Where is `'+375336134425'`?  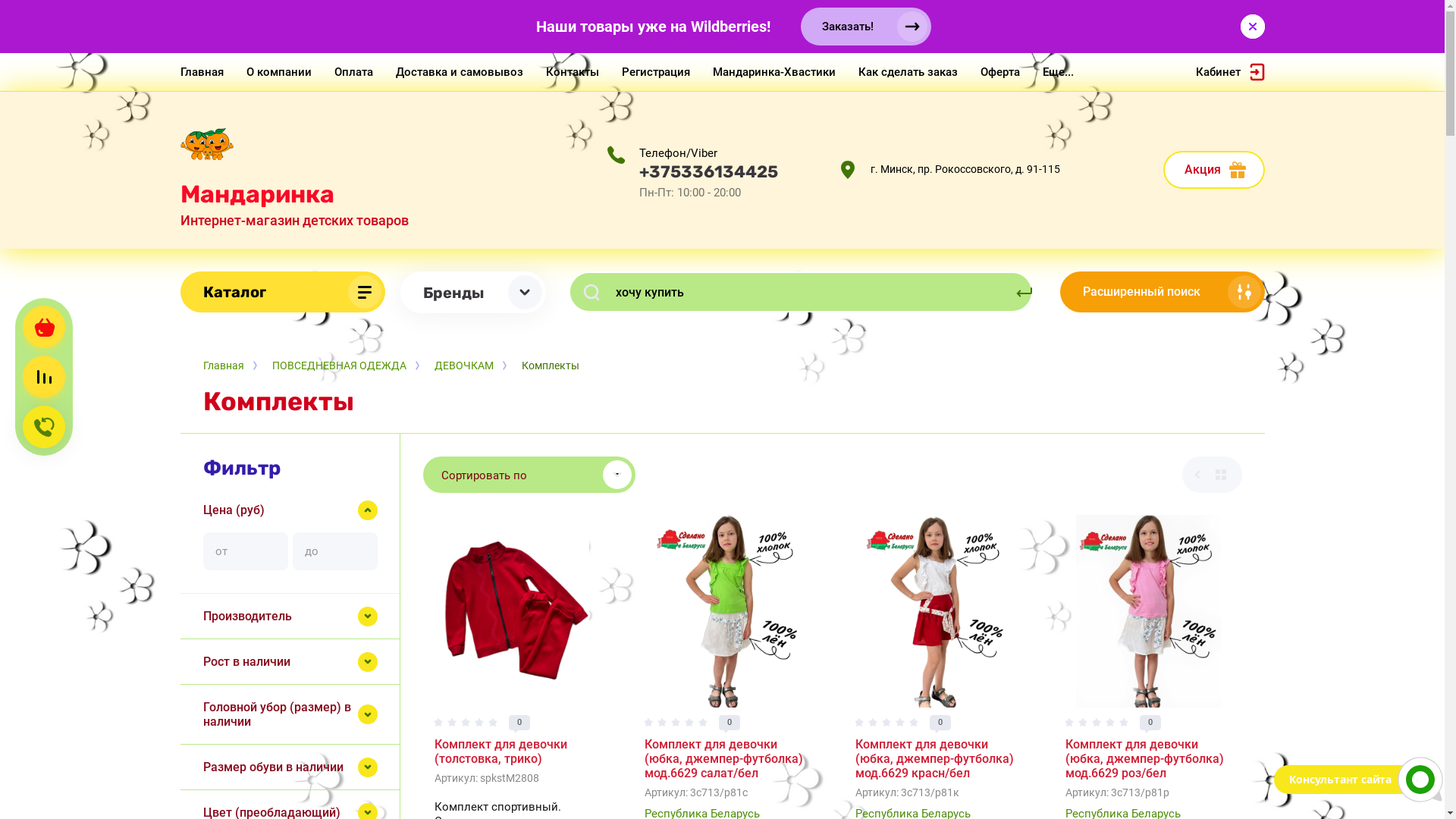
'+375336134425' is located at coordinates (707, 171).